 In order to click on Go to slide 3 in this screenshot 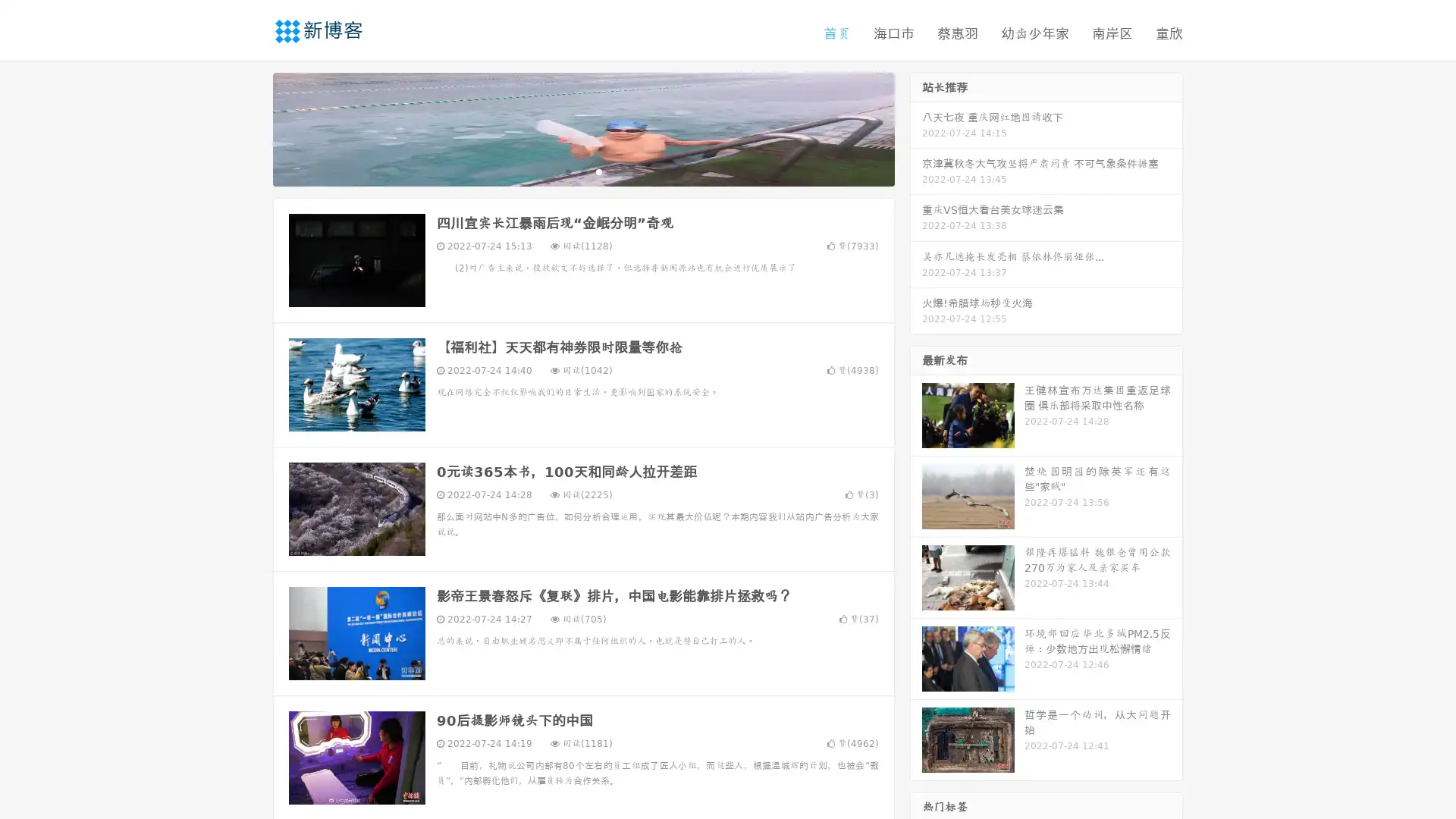, I will do `click(598, 171)`.